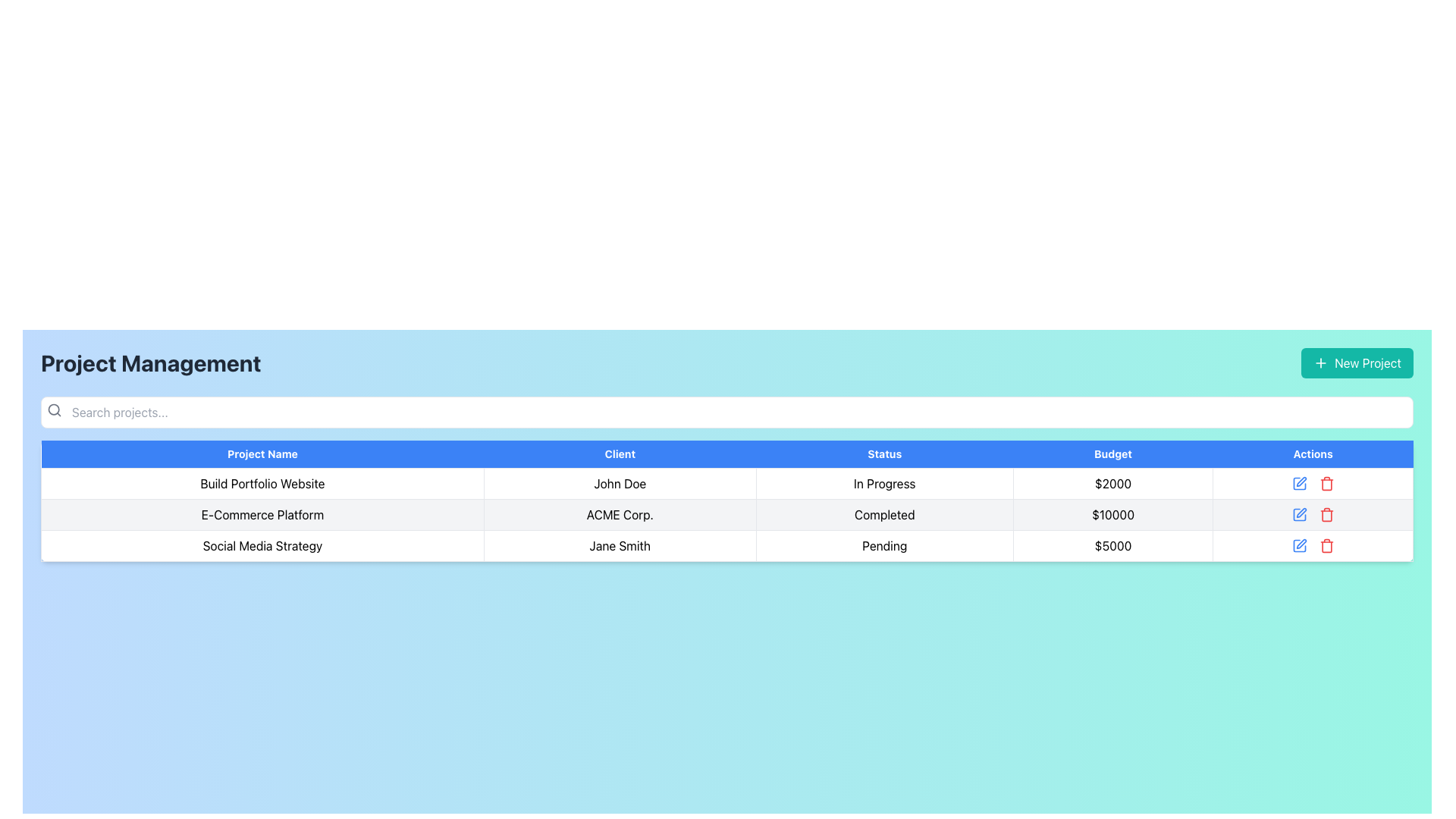 The height and width of the screenshot is (819, 1456). What do you see at coordinates (262, 483) in the screenshot?
I see `the Text Label displaying 'Build Portfolio Website'` at bounding box center [262, 483].